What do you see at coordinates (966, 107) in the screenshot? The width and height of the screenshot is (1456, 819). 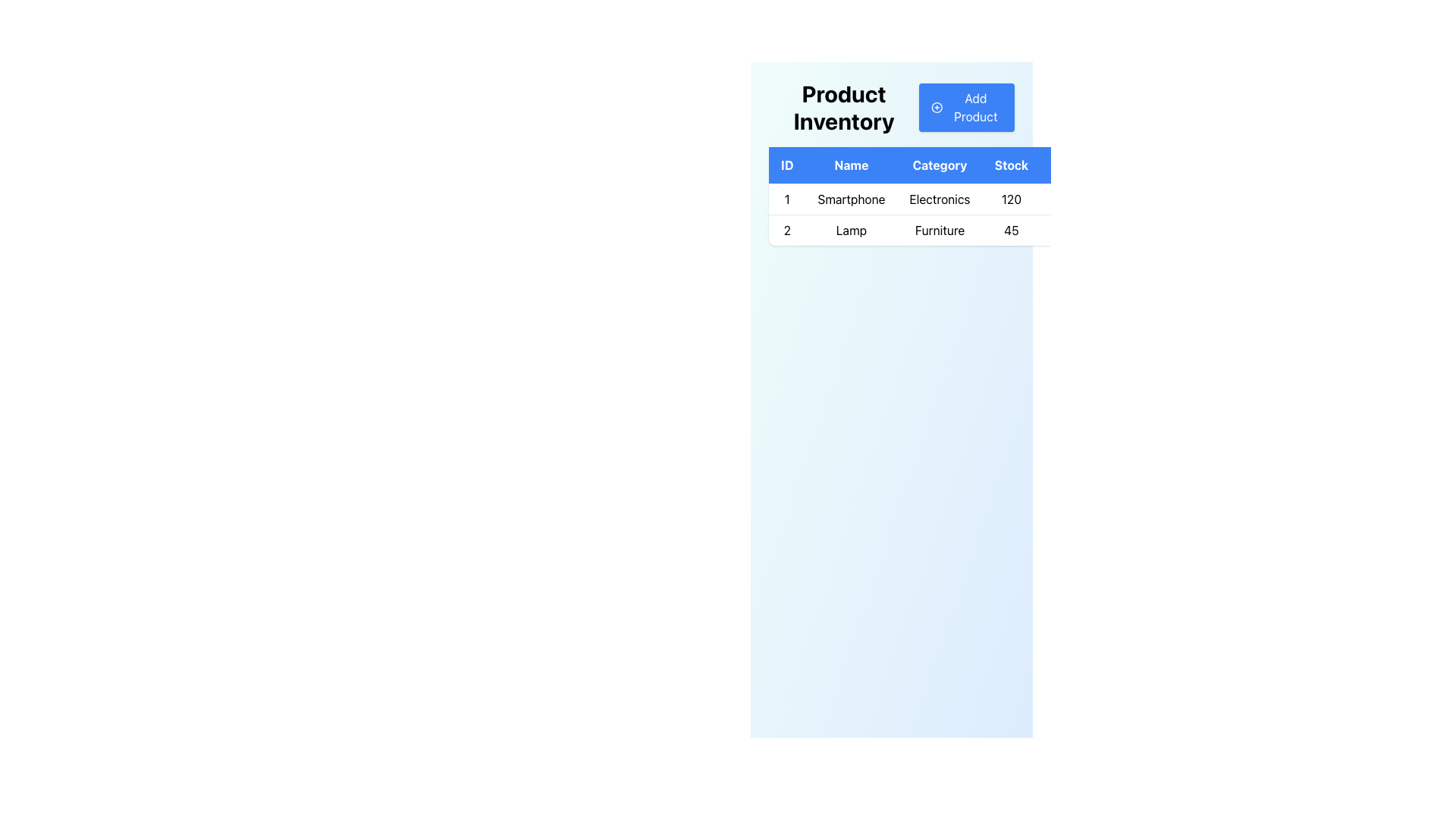 I see `the rectangular button with a blue background and white text reading 'Add Product'` at bounding box center [966, 107].